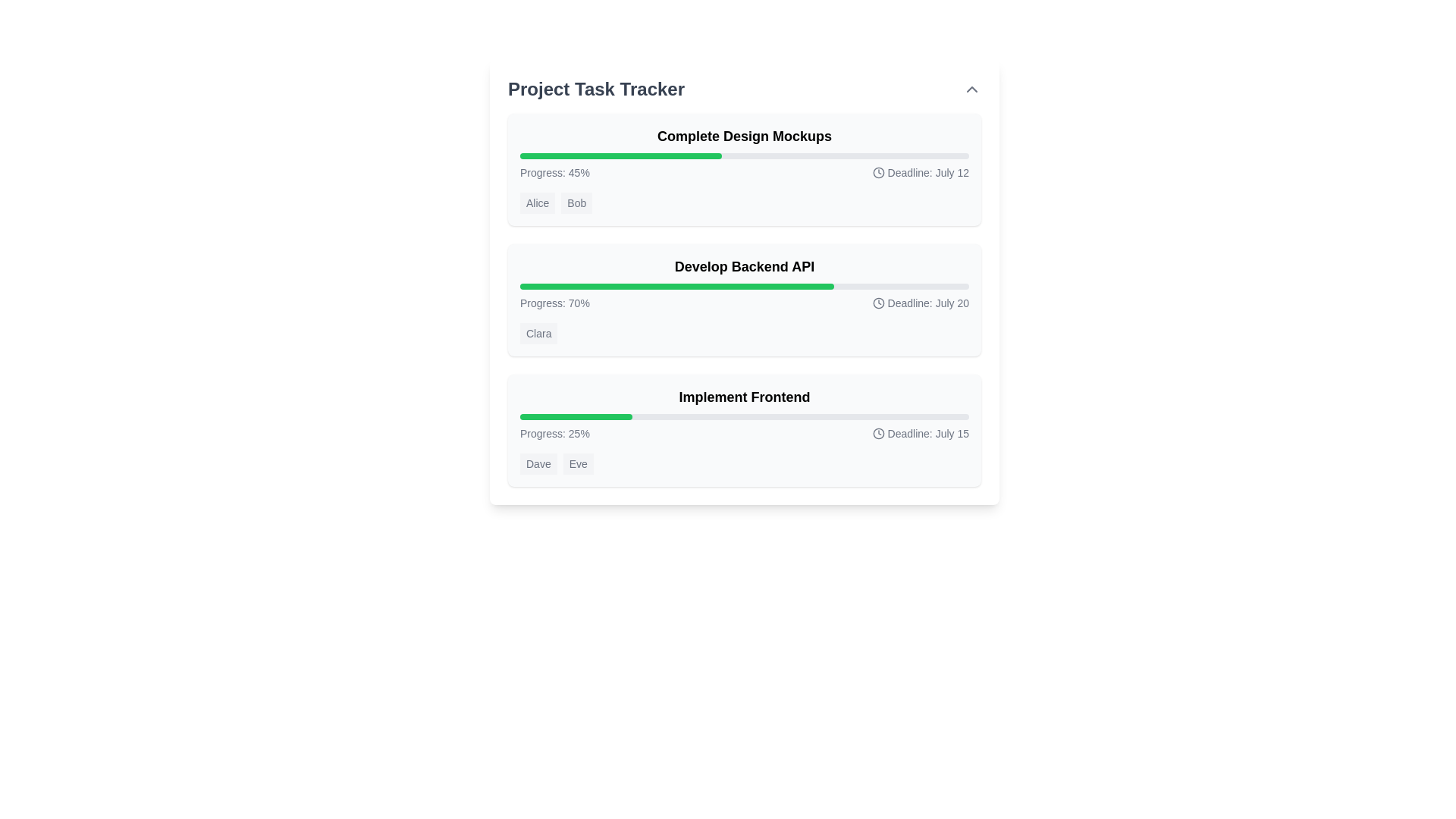 The width and height of the screenshot is (1456, 819). Describe the element at coordinates (745, 287) in the screenshot. I see `the progress visually on the progress bar indicating 70% completion for the 'Develop Backend API' task, located centrally within its card` at that location.